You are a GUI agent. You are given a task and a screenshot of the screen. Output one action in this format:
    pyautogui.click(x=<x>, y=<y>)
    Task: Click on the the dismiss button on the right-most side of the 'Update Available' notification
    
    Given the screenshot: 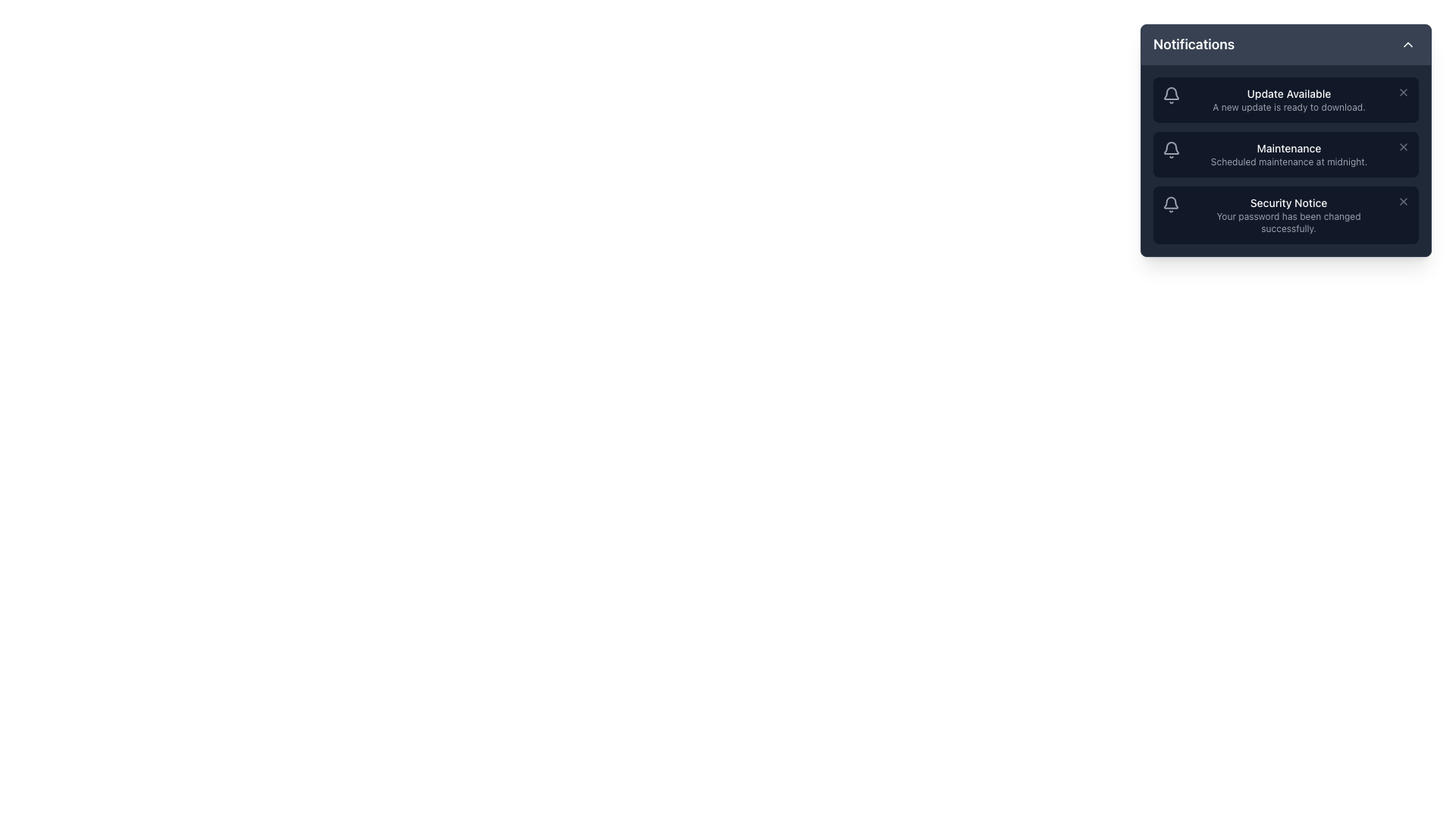 What is the action you would take?
    pyautogui.click(x=1403, y=93)
    